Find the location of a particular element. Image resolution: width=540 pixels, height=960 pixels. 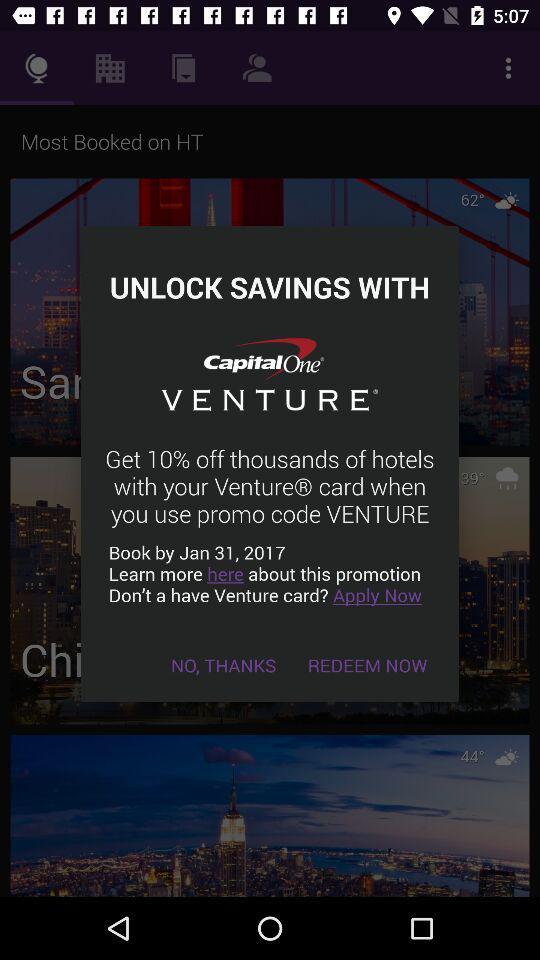

the no, thanks item is located at coordinates (222, 665).